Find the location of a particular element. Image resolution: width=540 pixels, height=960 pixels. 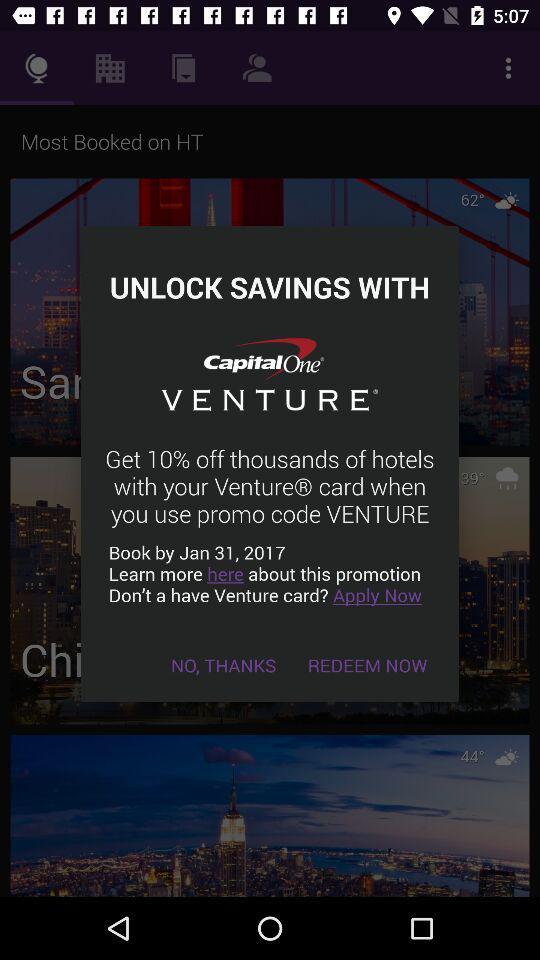

the no, thanks item is located at coordinates (222, 665).